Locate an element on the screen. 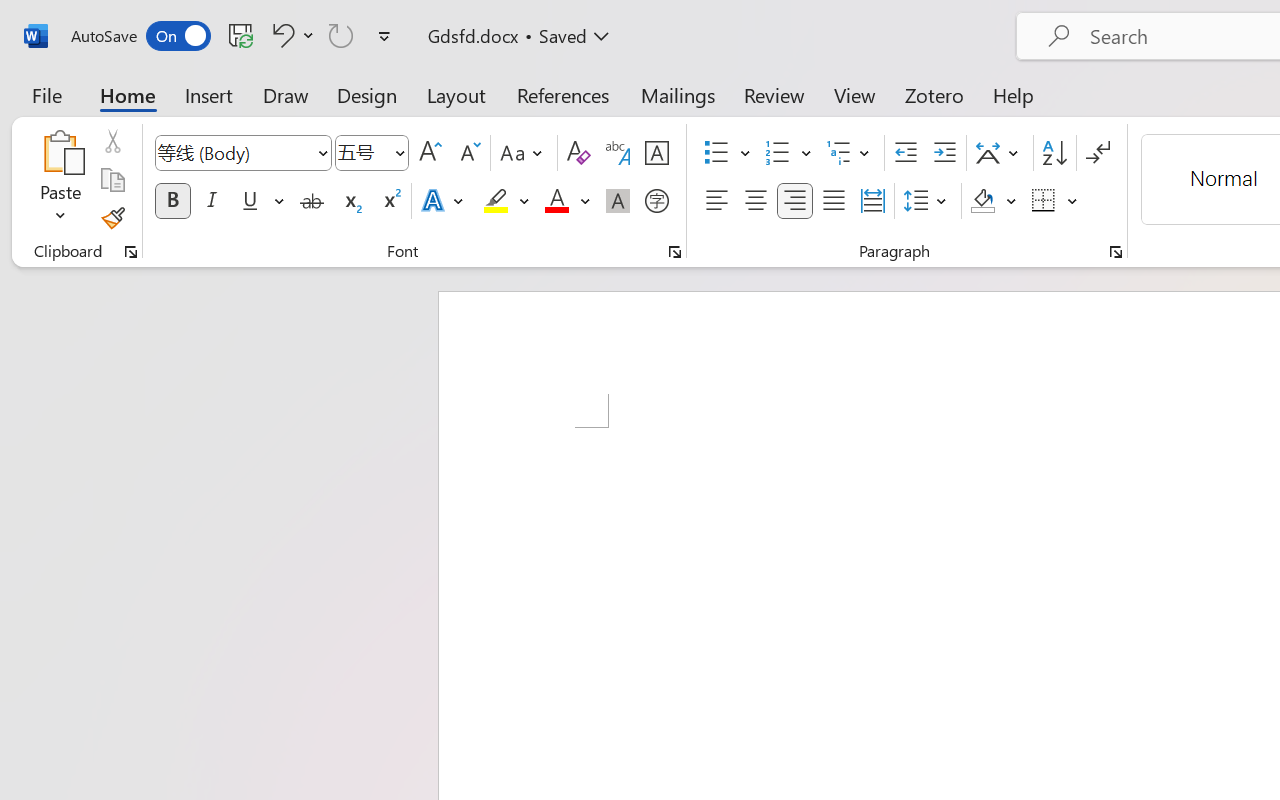  'Align Right' is located at coordinates (793, 201).